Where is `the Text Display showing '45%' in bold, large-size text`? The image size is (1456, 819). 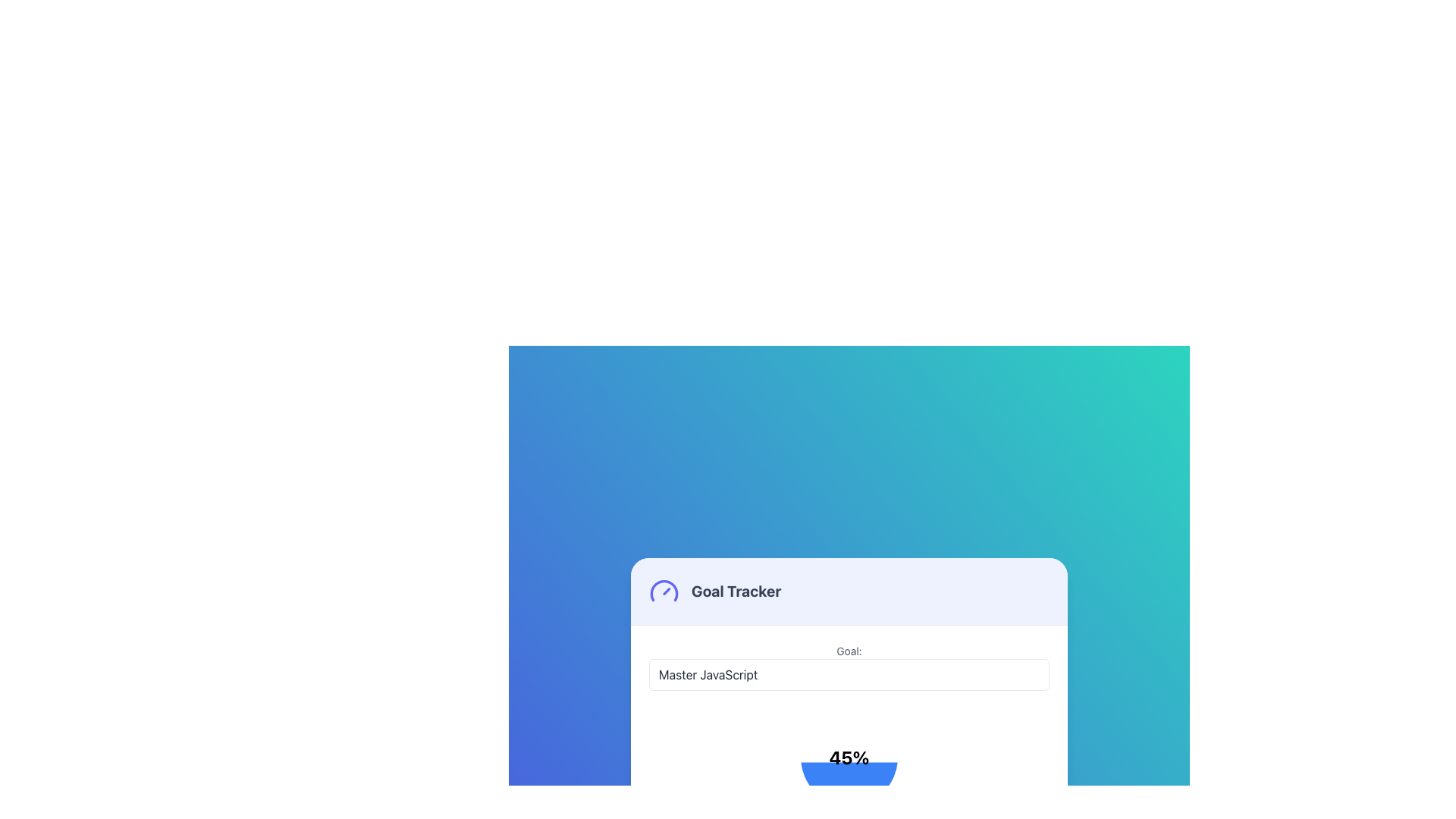 the Text Display showing '45%' in bold, large-size text is located at coordinates (848, 758).